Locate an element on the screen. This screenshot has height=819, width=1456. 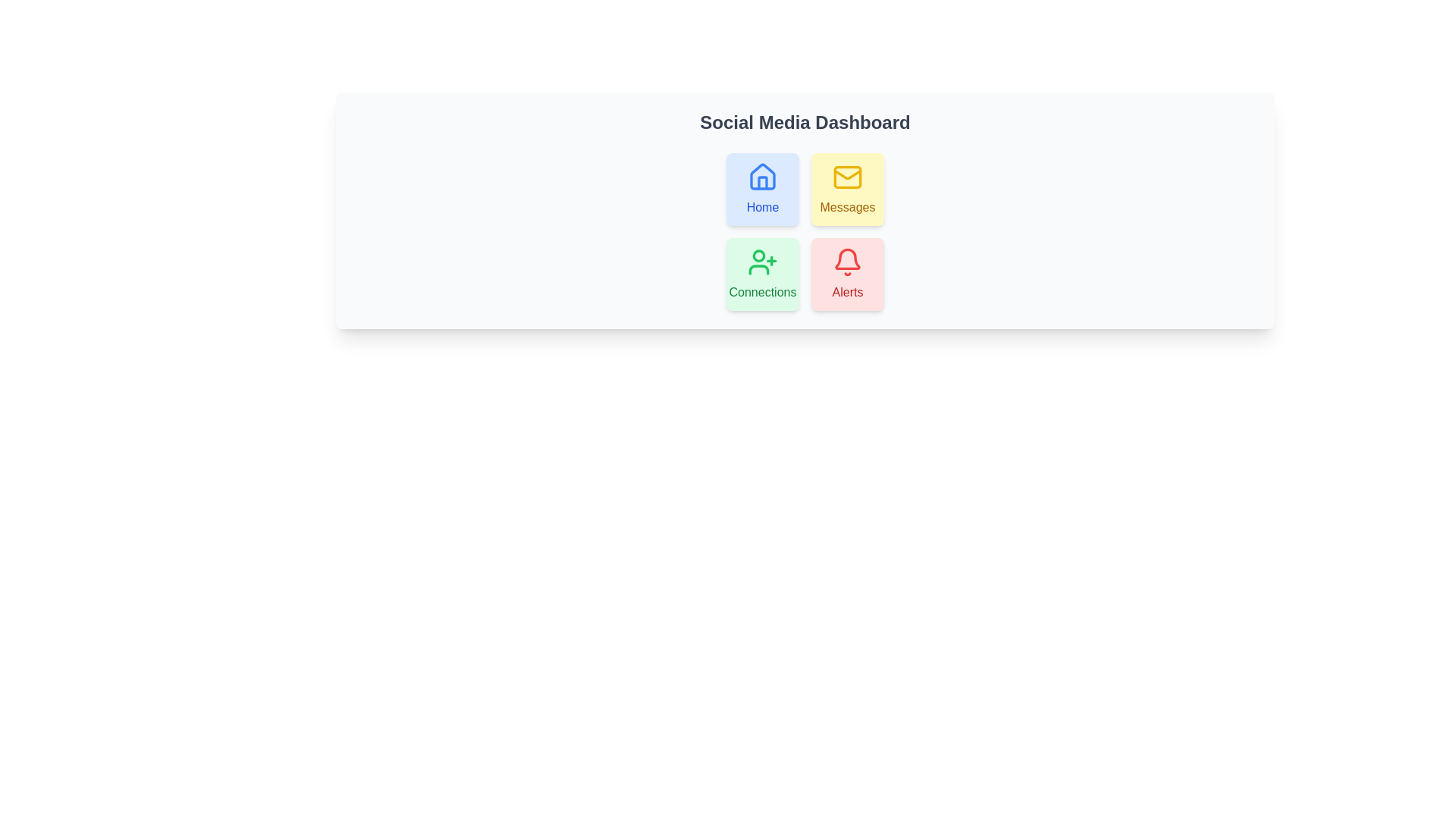
the 'Home' button located in the top-left slot of the 2x2 grid to change its background color is located at coordinates (763, 189).